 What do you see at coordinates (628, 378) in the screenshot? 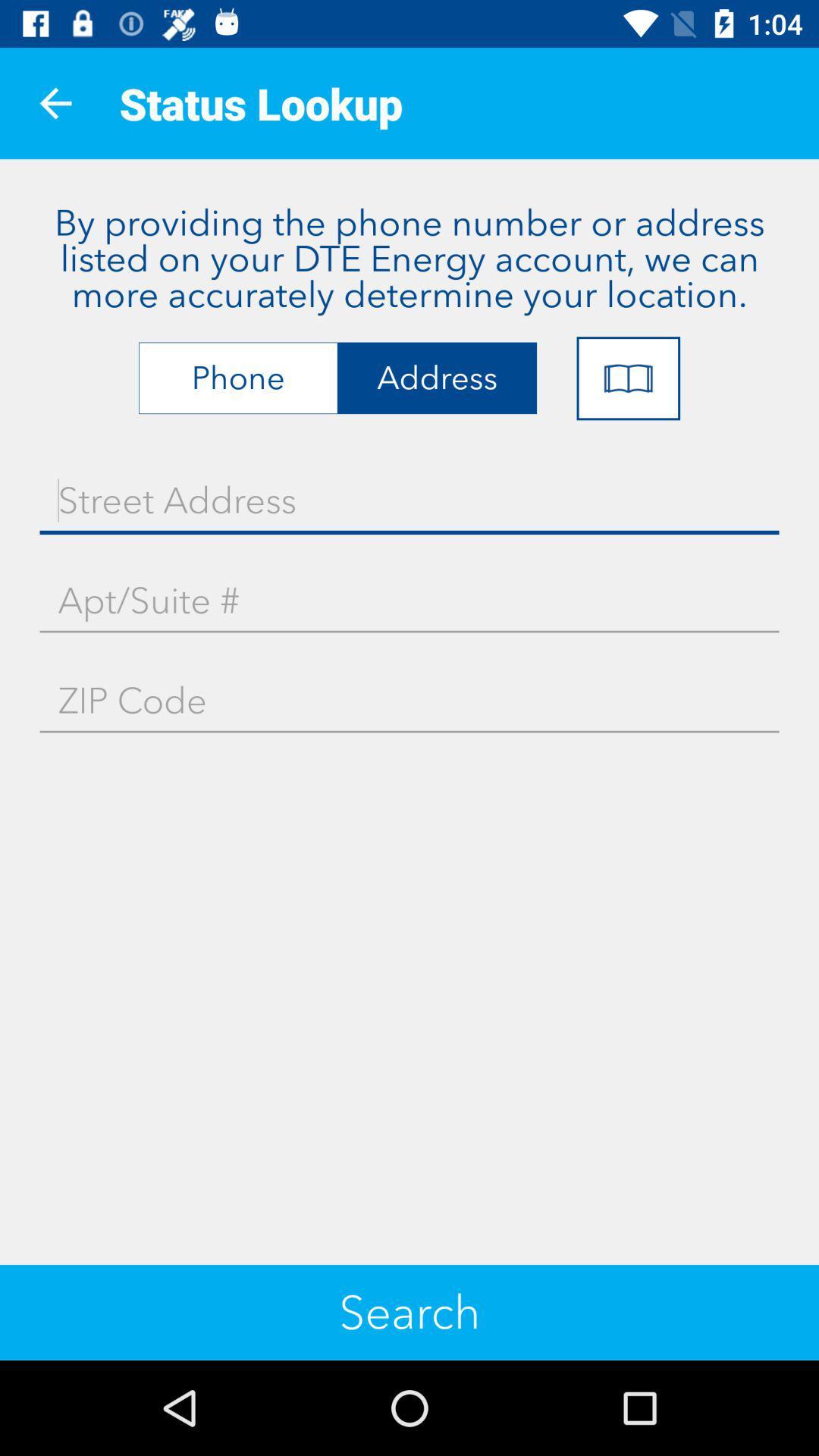
I see `the item to the right of the address` at bounding box center [628, 378].